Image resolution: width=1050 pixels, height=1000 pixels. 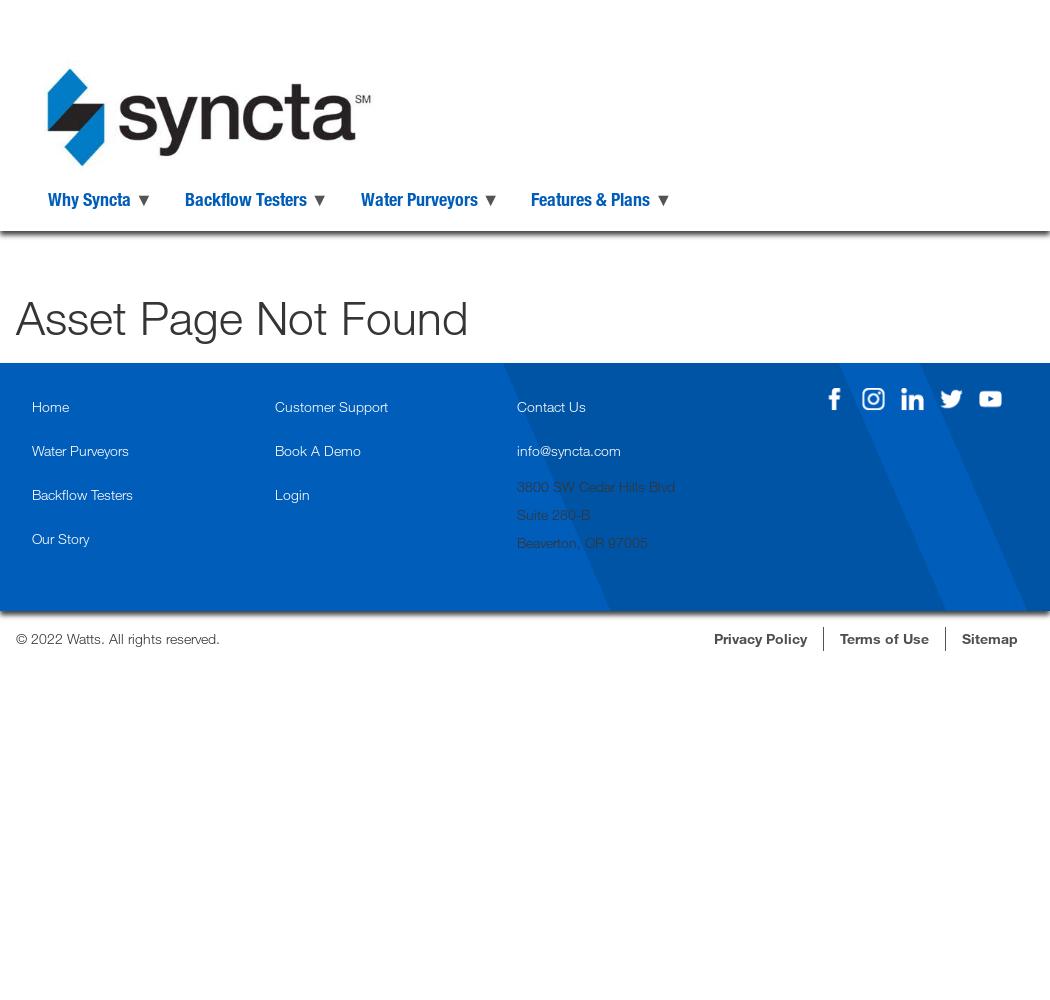 I want to click on '3800 SW Cedar Hills Blvd', so click(x=516, y=484).